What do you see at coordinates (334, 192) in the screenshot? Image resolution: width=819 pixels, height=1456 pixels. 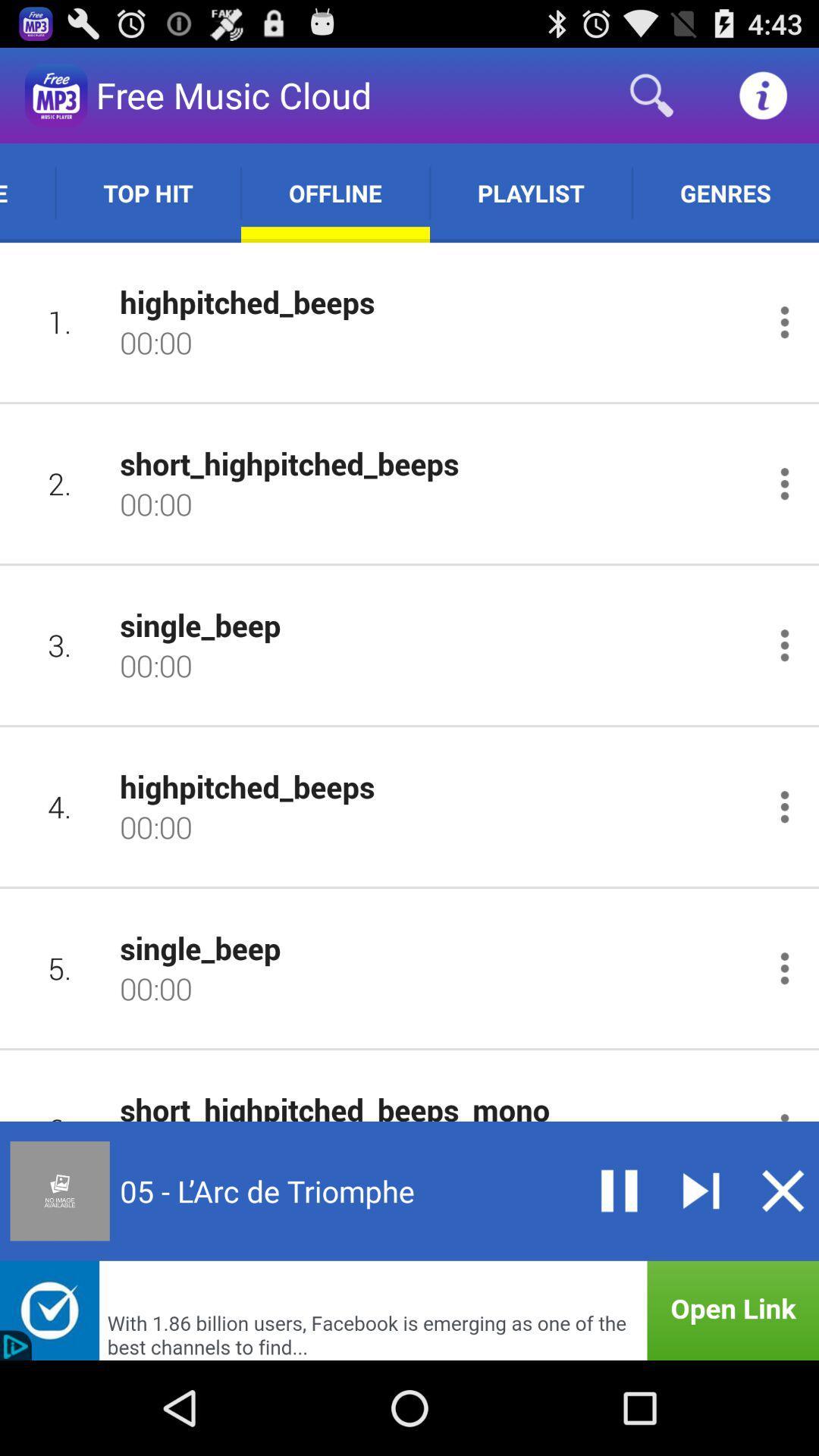 I see `app to the right of the top hit` at bounding box center [334, 192].